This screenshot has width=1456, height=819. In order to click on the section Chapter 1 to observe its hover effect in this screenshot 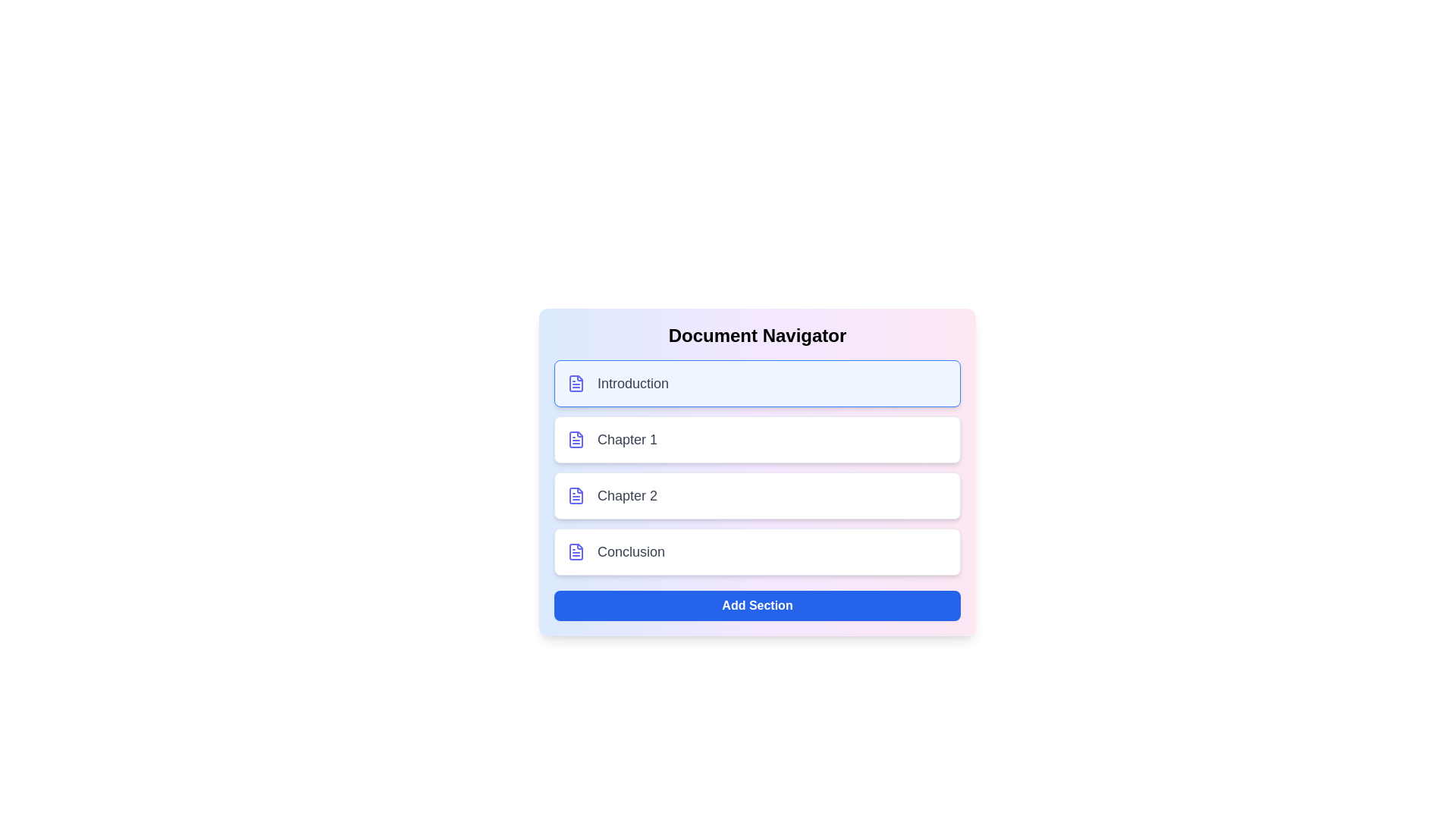, I will do `click(757, 439)`.